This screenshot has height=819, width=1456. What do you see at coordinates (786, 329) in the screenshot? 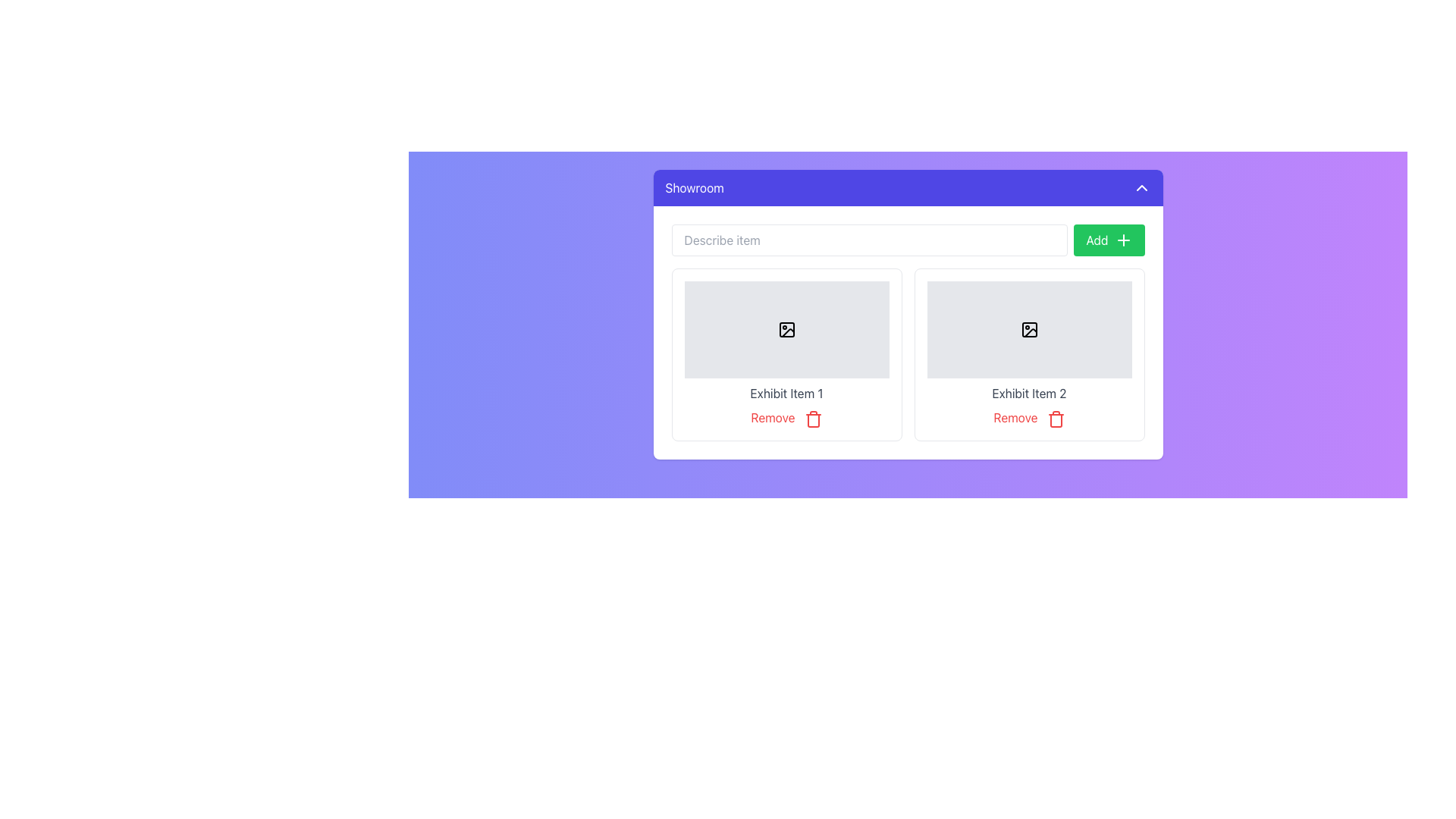
I see `the graph-like image placeholder icon located within the 'Exhibit Item 1' card in the 'Showroom' section` at bounding box center [786, 329].